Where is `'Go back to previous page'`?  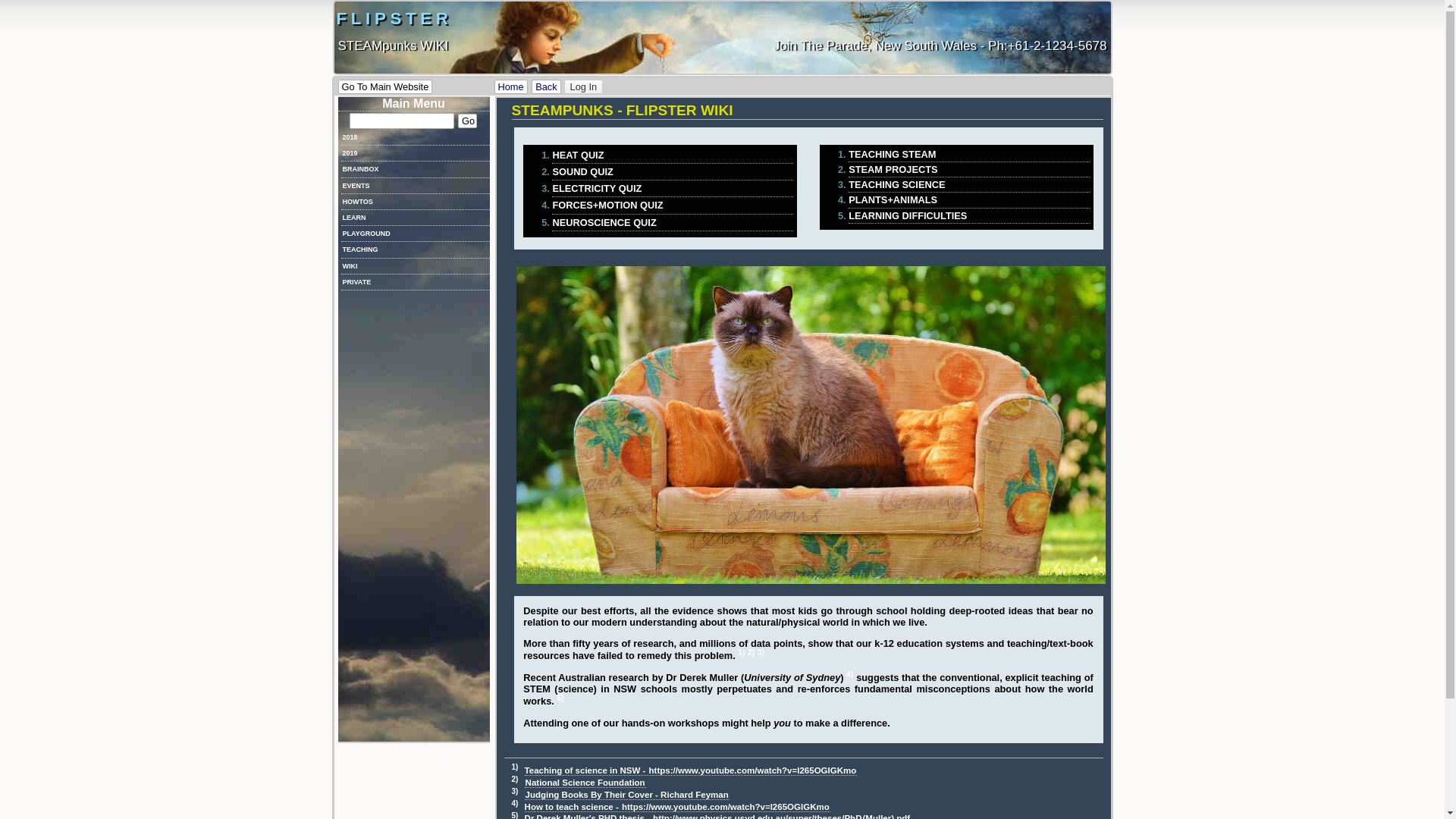
'Go back to previous page' is located at coordinates (531, 86).